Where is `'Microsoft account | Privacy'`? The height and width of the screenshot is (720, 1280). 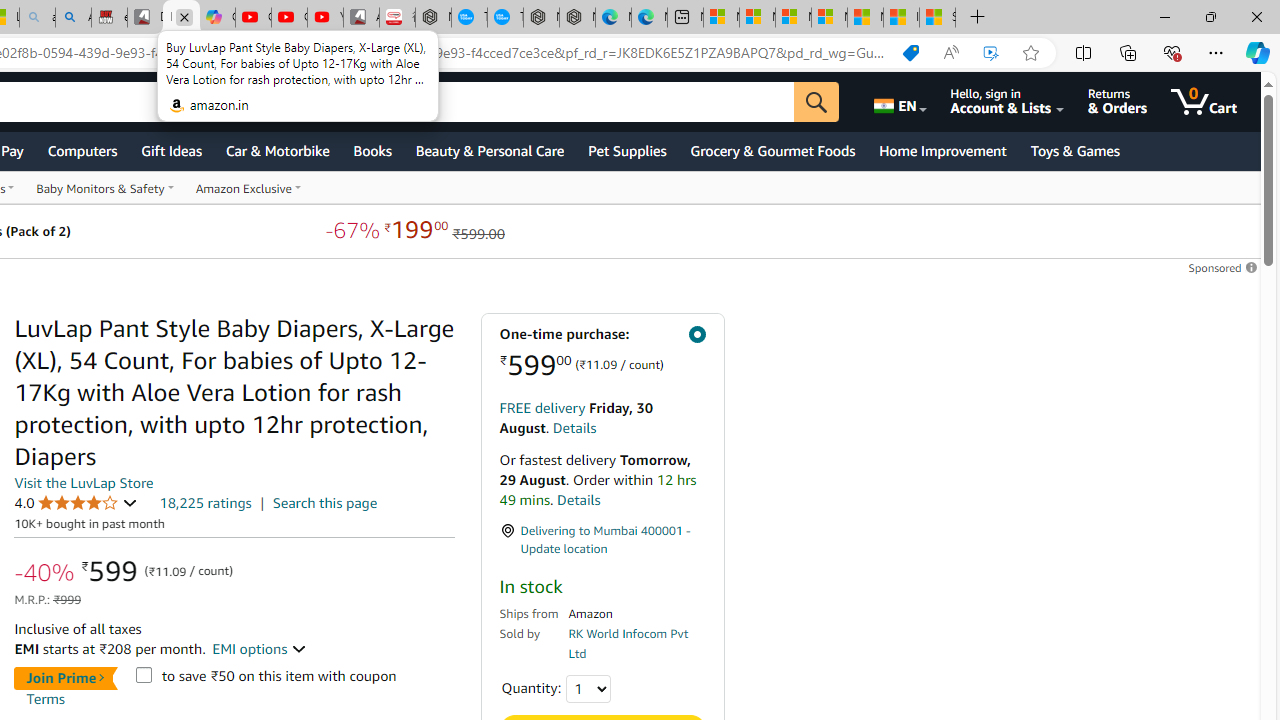 'Microsoft account | Privacy' is located at coordinates (829, 17).